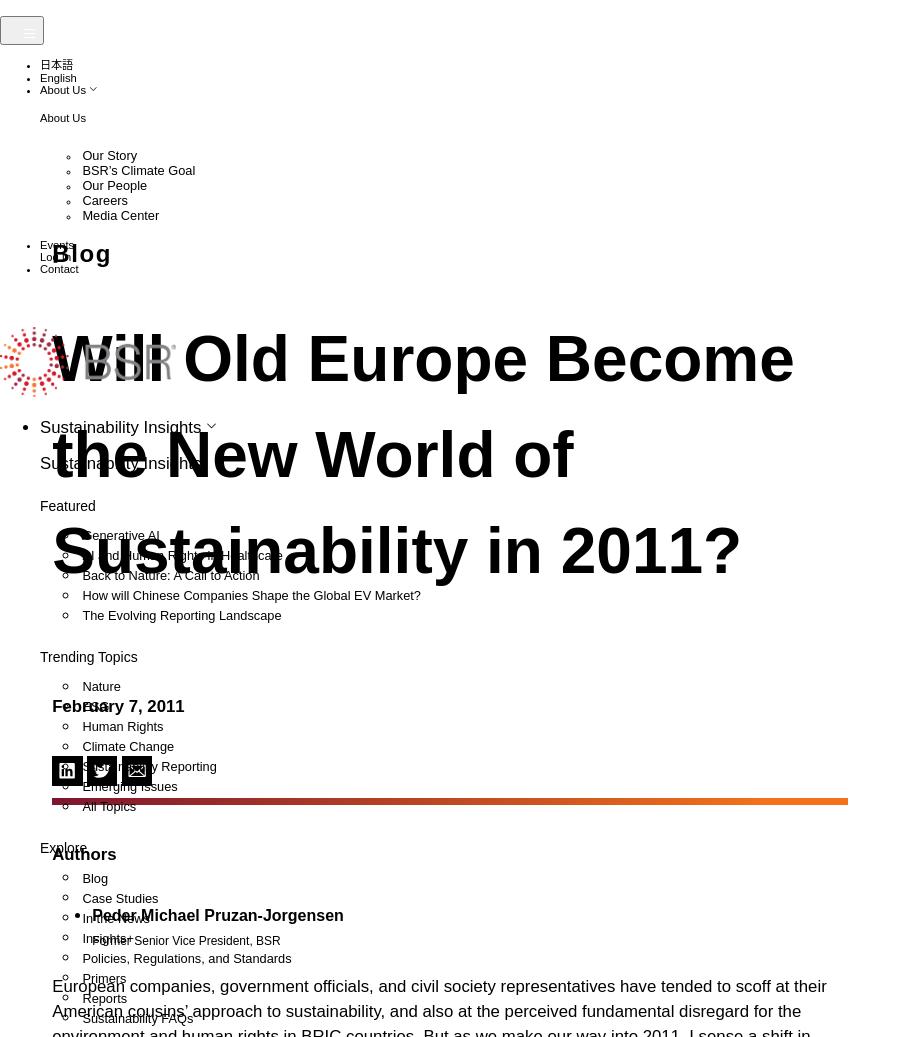  What do you see at coordinates (105, 595) in the screenshot?
I see `'Tokyo'` at bounding box center [105, 595].